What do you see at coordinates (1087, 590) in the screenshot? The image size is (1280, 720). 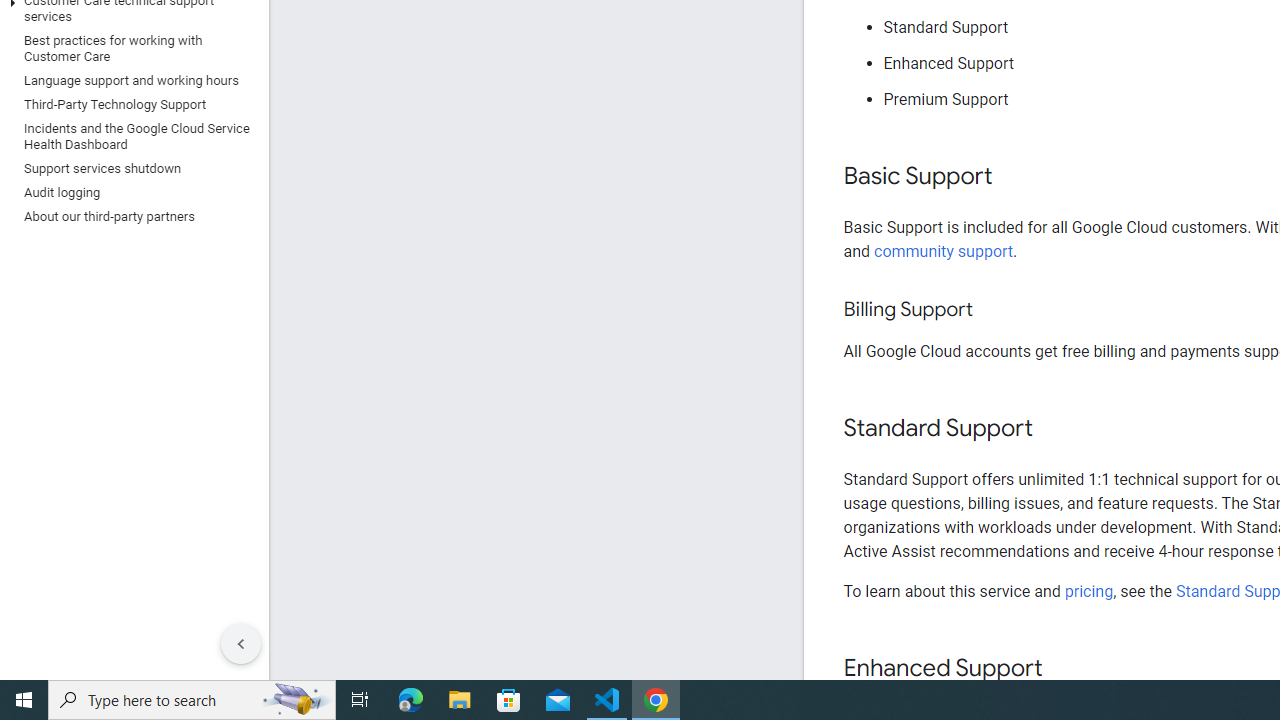 I see `'pricing'` at bounding box center [1087, 590].